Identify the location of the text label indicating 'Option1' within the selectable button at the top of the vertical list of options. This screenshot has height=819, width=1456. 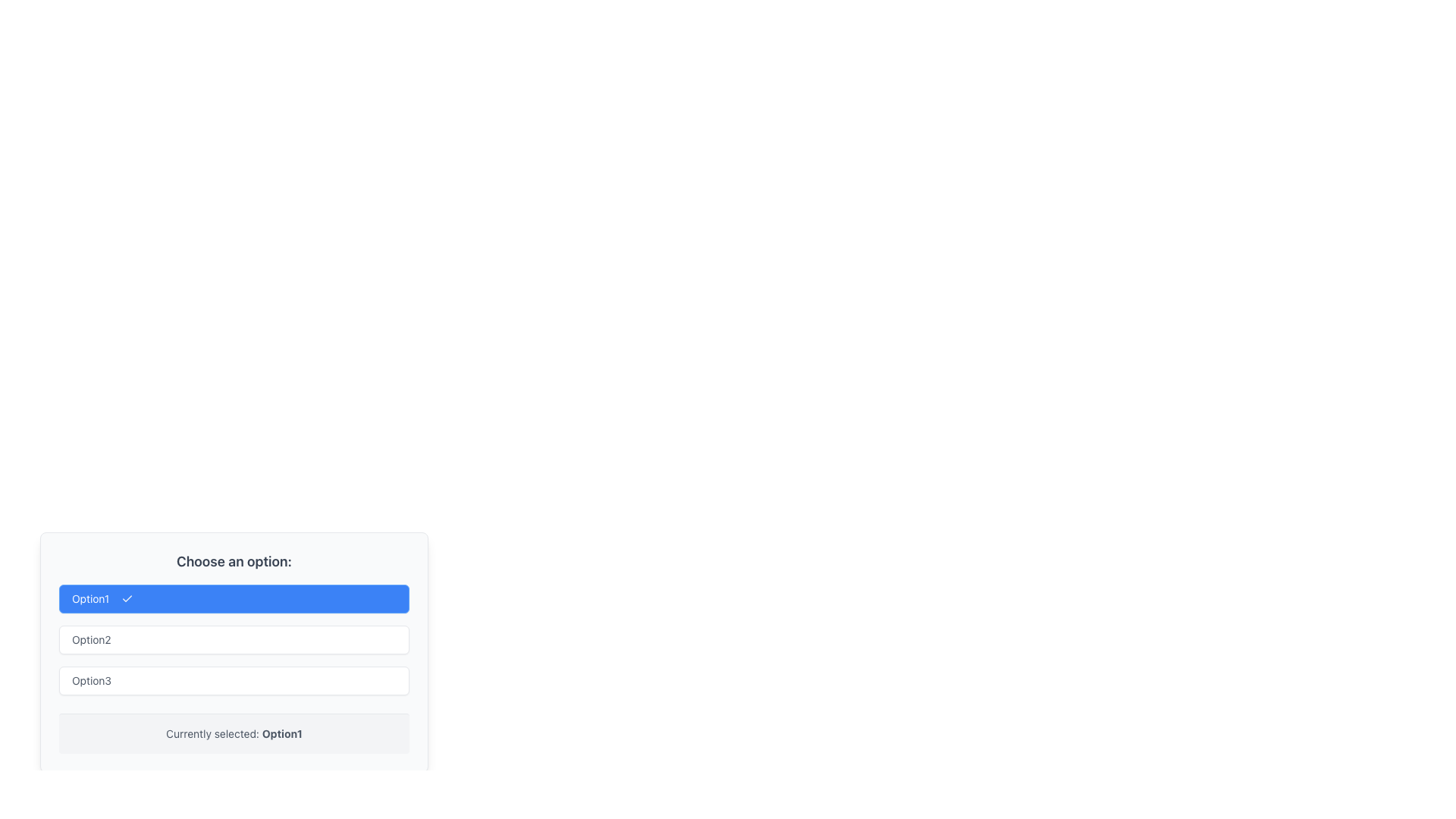
(89, 598).